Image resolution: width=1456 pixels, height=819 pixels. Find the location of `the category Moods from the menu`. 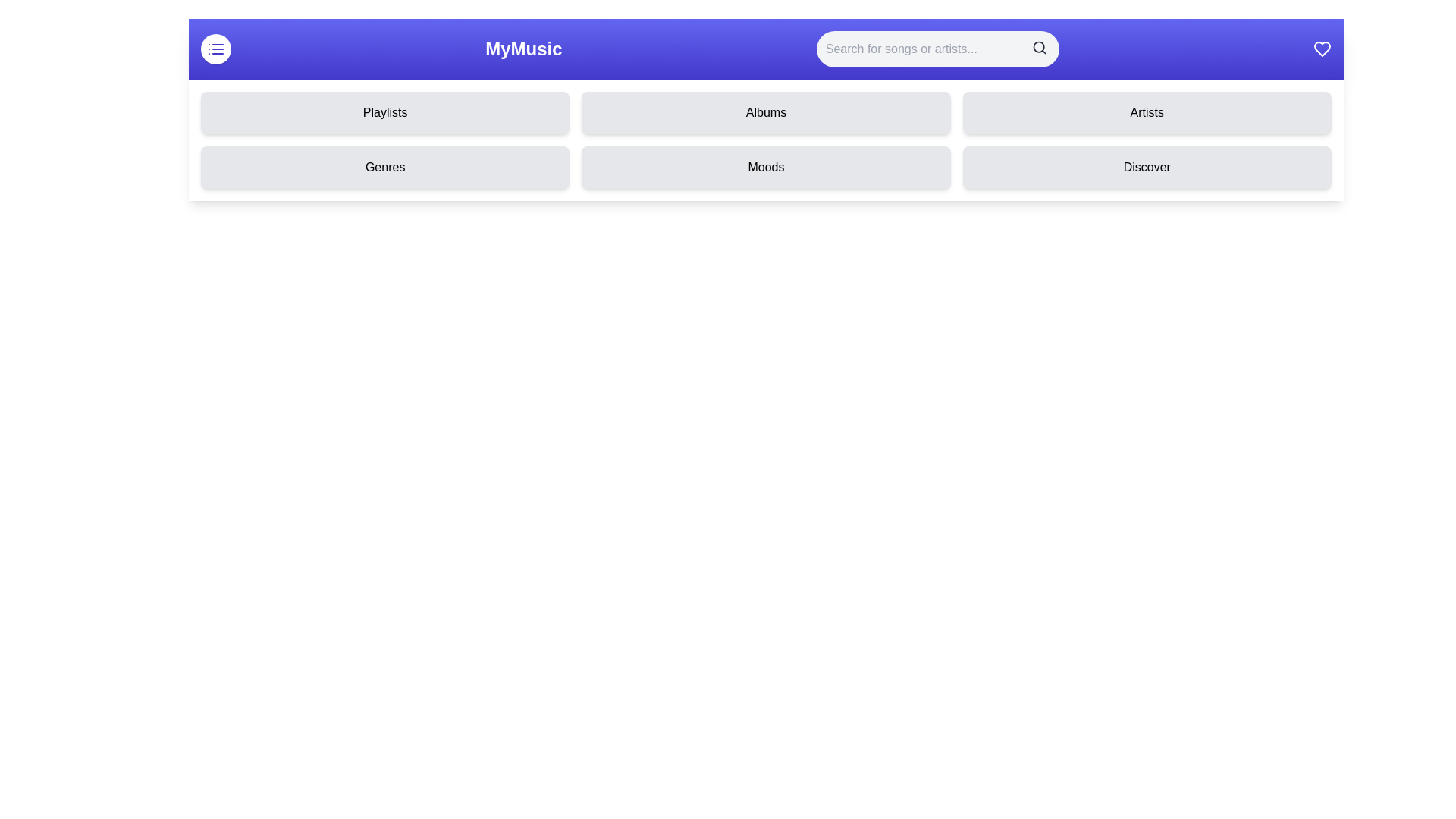

the category Moods from the menu is located at coordinates (765, 167).